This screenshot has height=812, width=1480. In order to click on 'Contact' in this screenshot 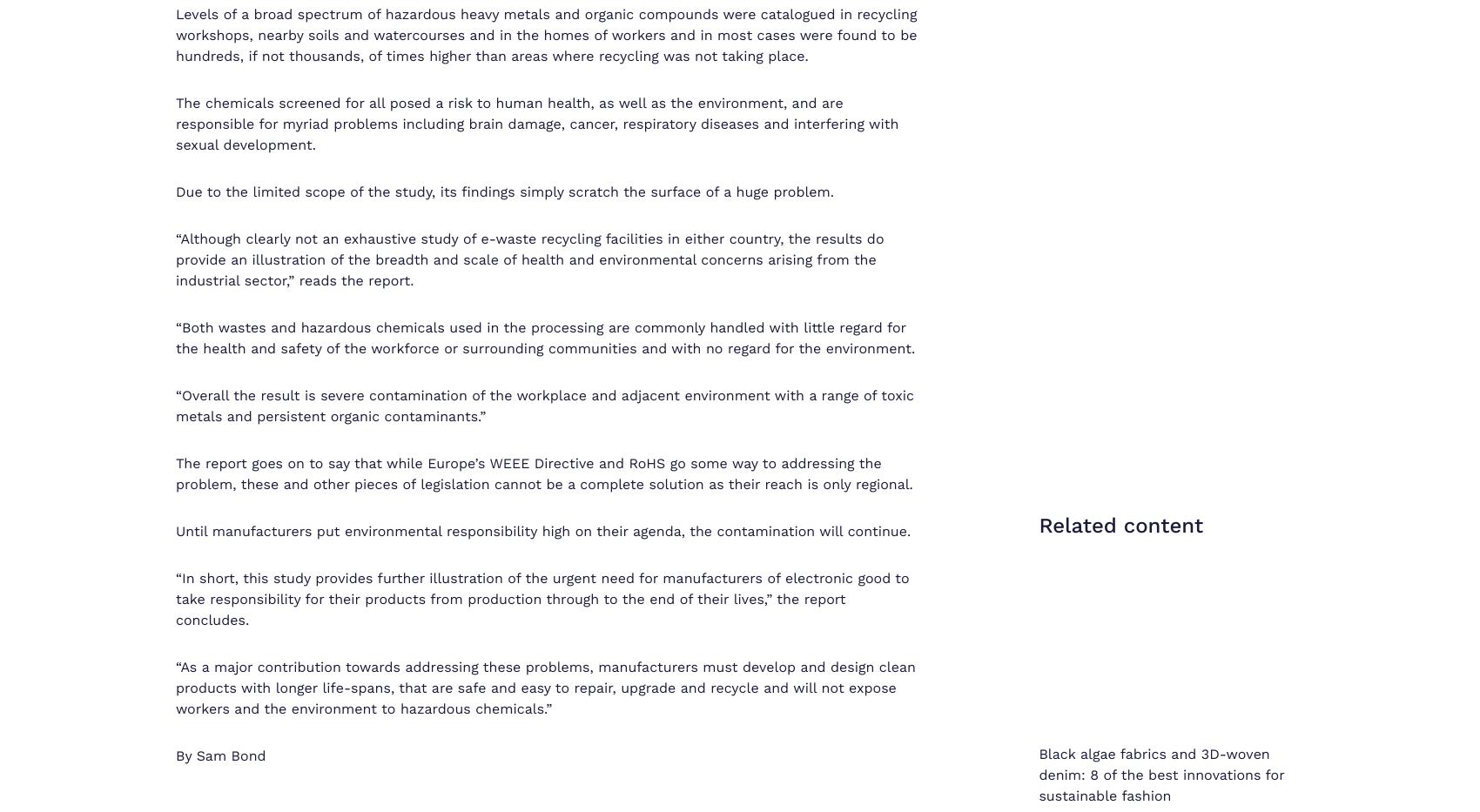, I will do `click(970, 748)`.